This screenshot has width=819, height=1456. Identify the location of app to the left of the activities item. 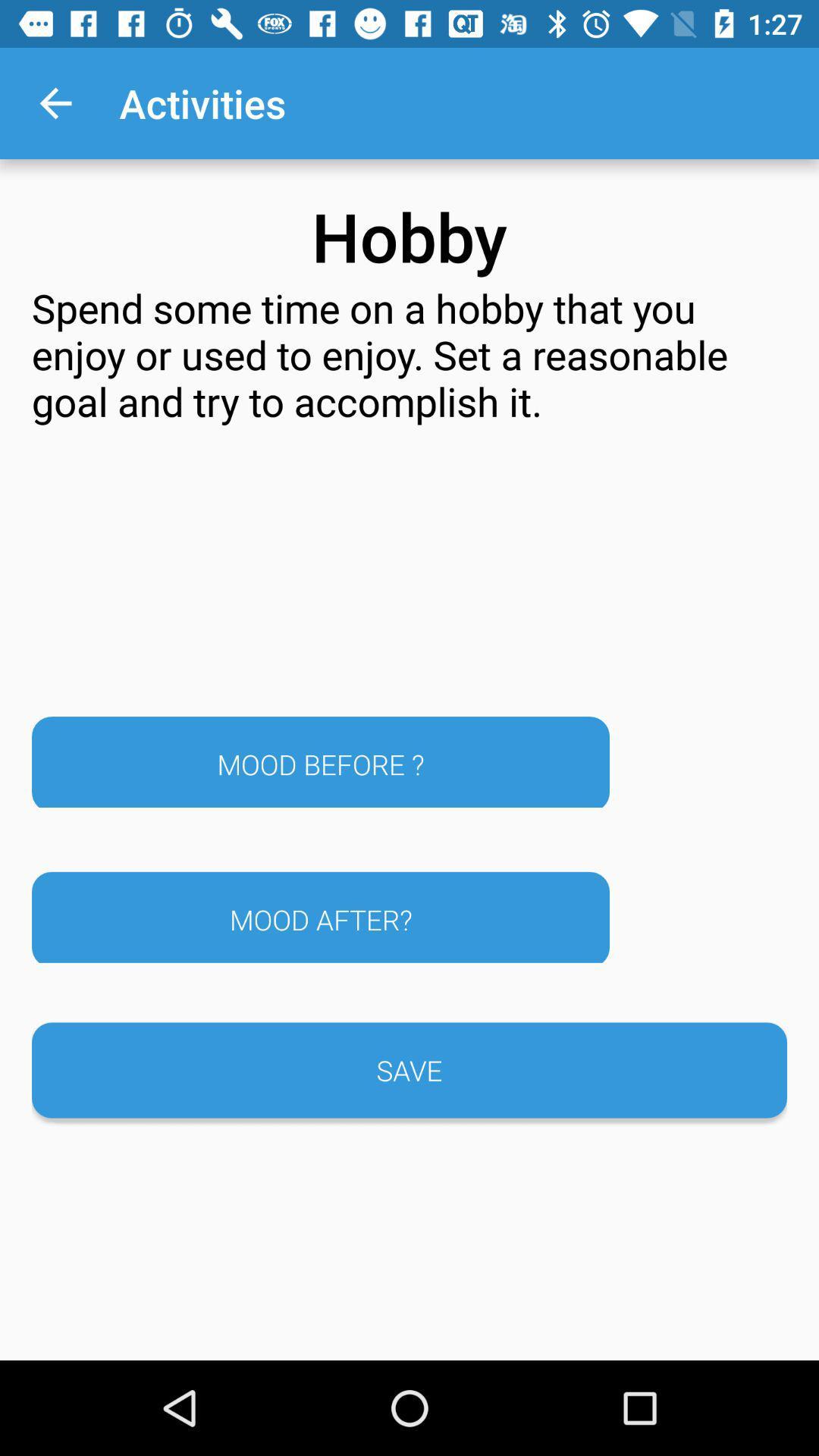
(55, 102).